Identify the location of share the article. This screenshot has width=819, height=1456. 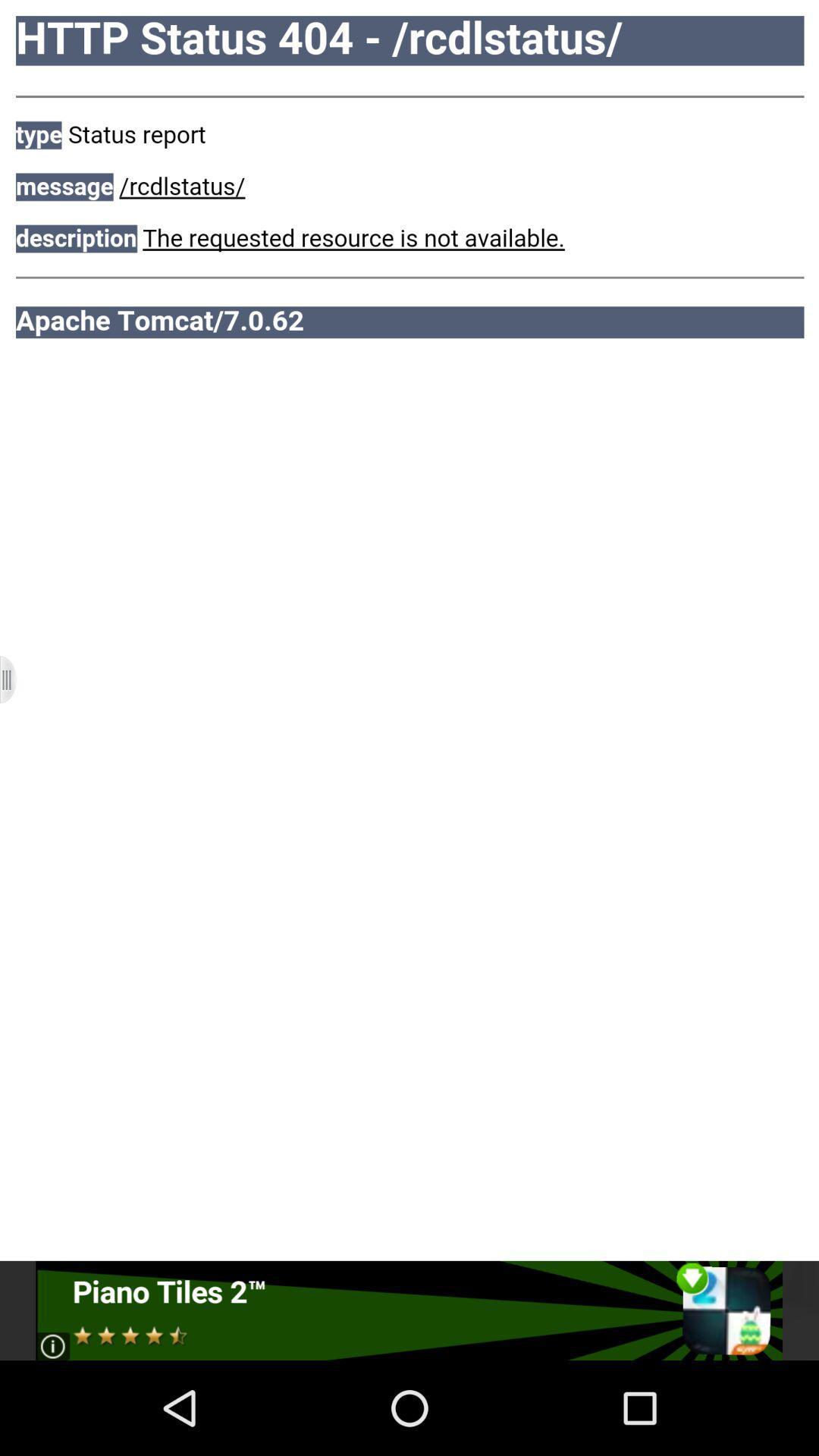
(408, 1310).